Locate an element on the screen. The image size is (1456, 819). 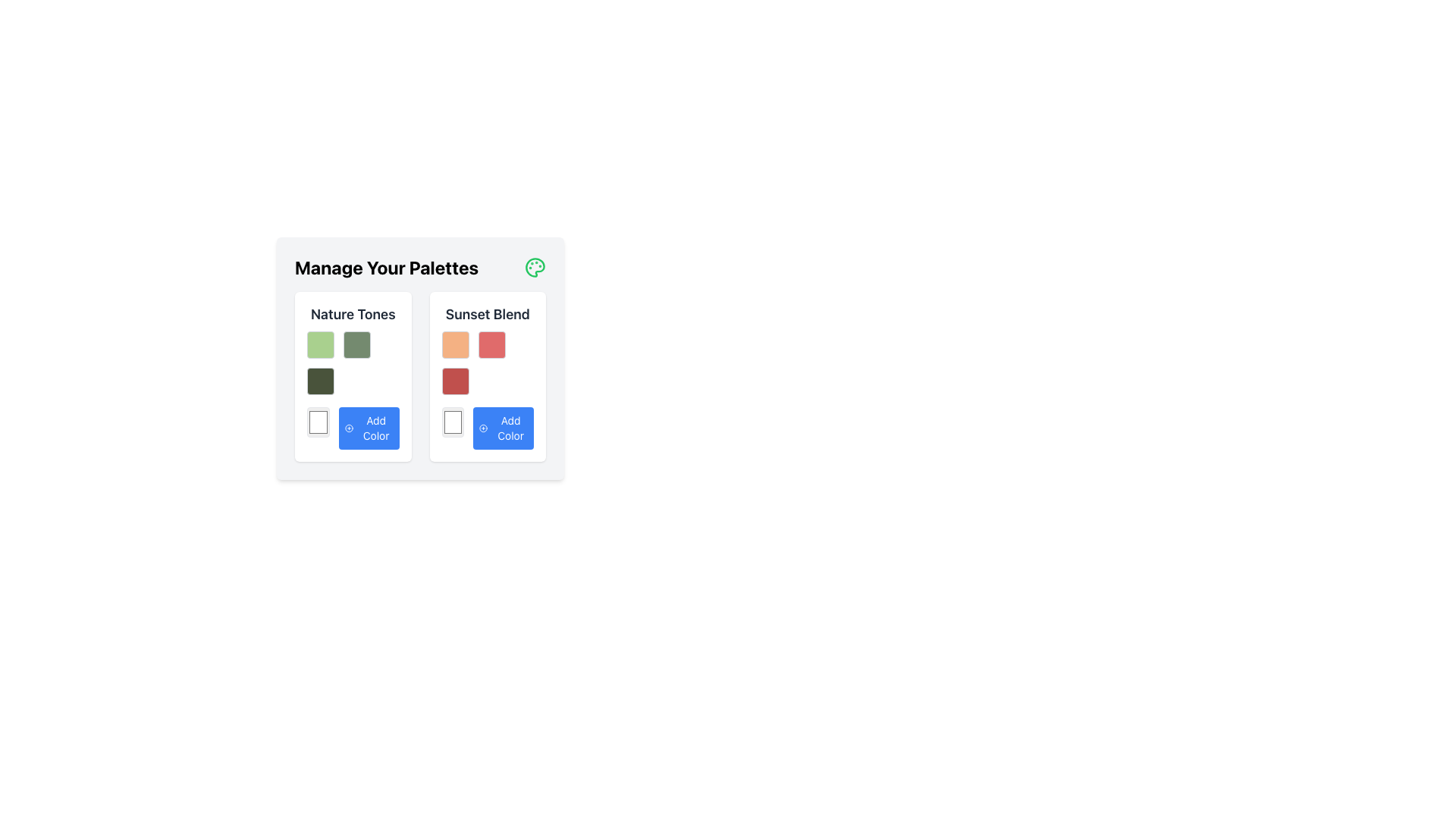
the circular plus icon located on the left side of the 'Add Color' button in the 'Nature Tones' panel of the 'Manage Your Palettes' interface is located at coordinates (348, 428).